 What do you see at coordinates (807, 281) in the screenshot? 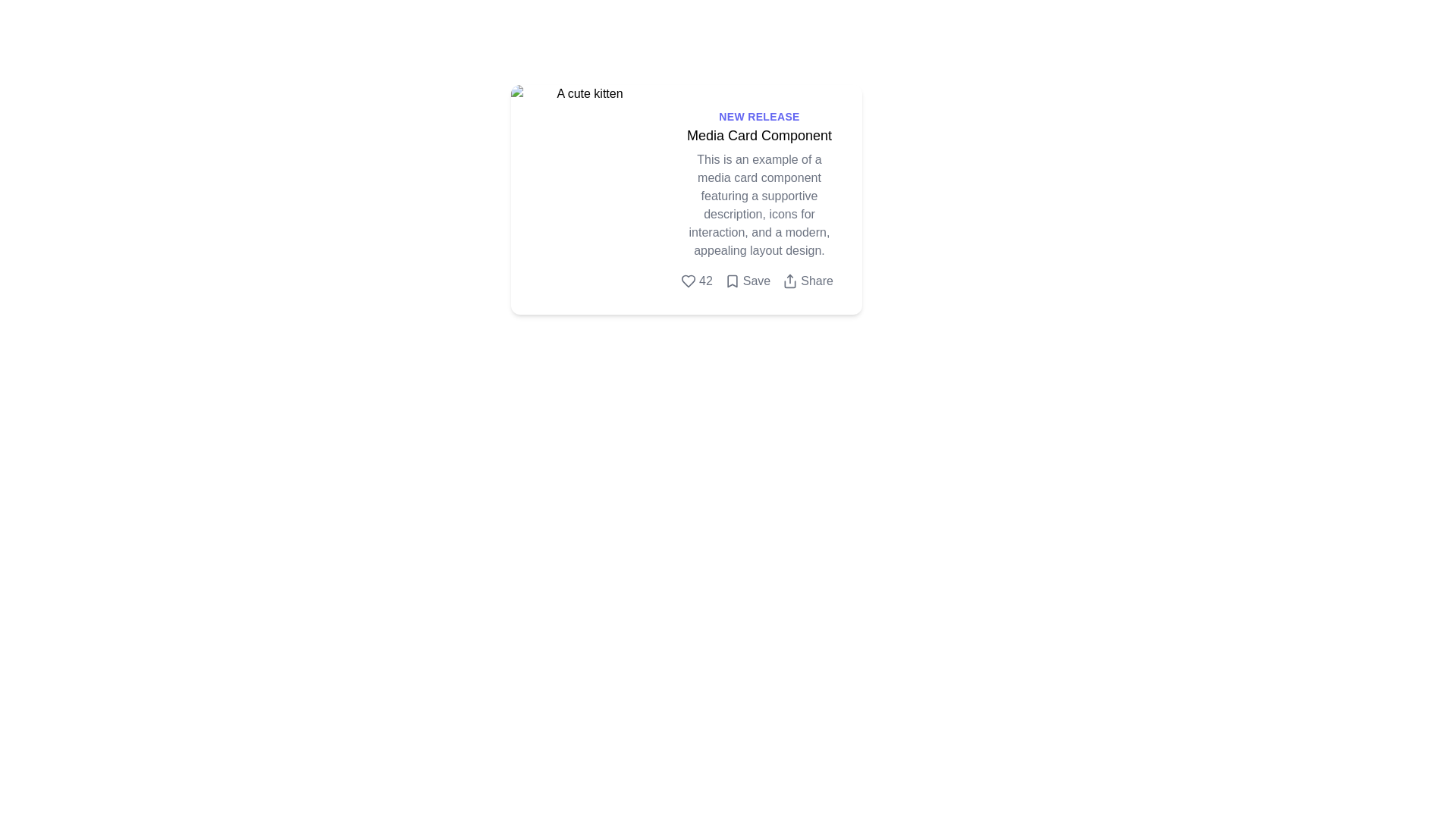
I see `the share button, which is the third option in a row of three interactive elements below the descriptive text of the card, to initiate the share action` at bounding box center [807, 281].